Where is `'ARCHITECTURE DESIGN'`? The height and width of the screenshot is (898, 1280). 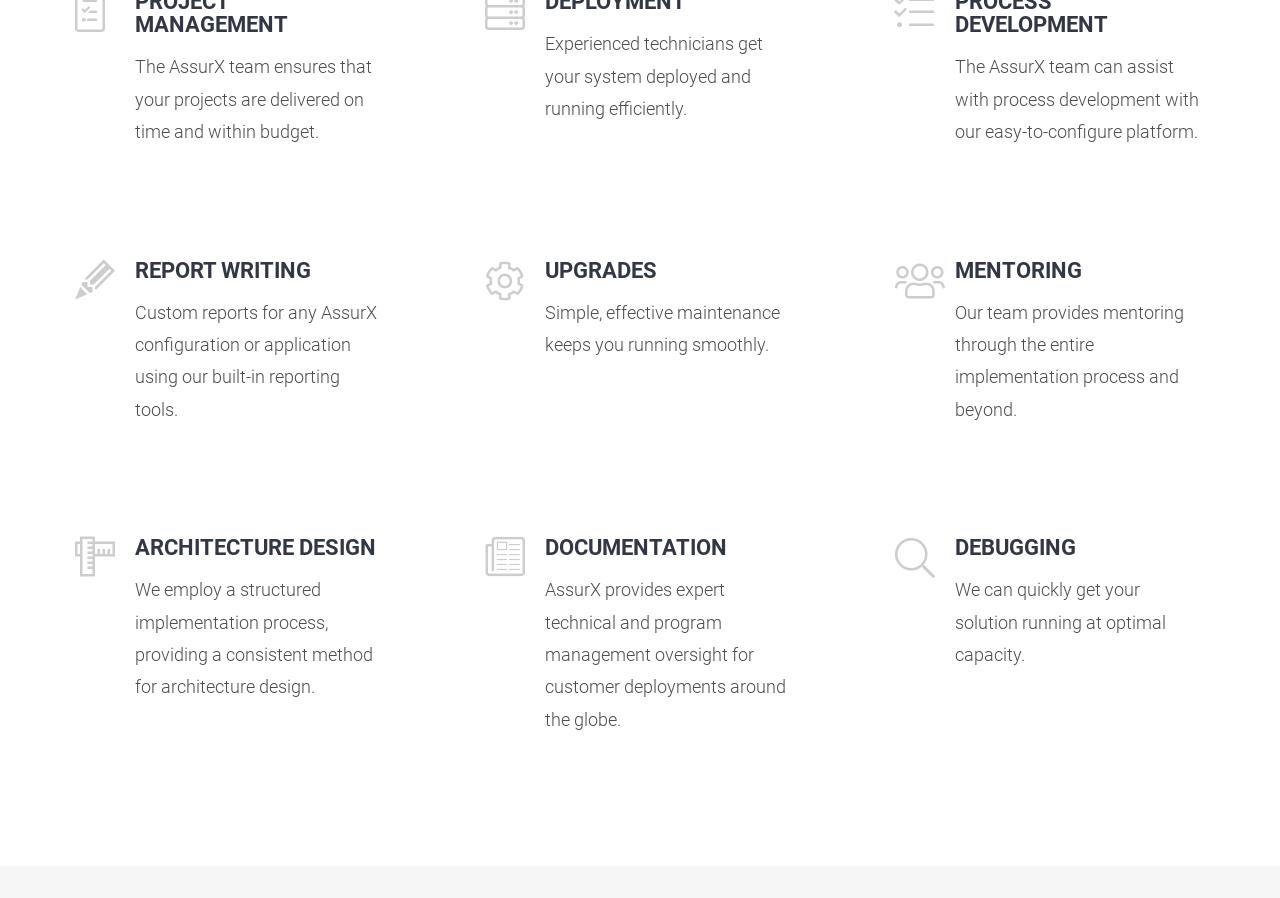
'ARCHITECTURE DESIGN' is located at coordinates (253, 546).